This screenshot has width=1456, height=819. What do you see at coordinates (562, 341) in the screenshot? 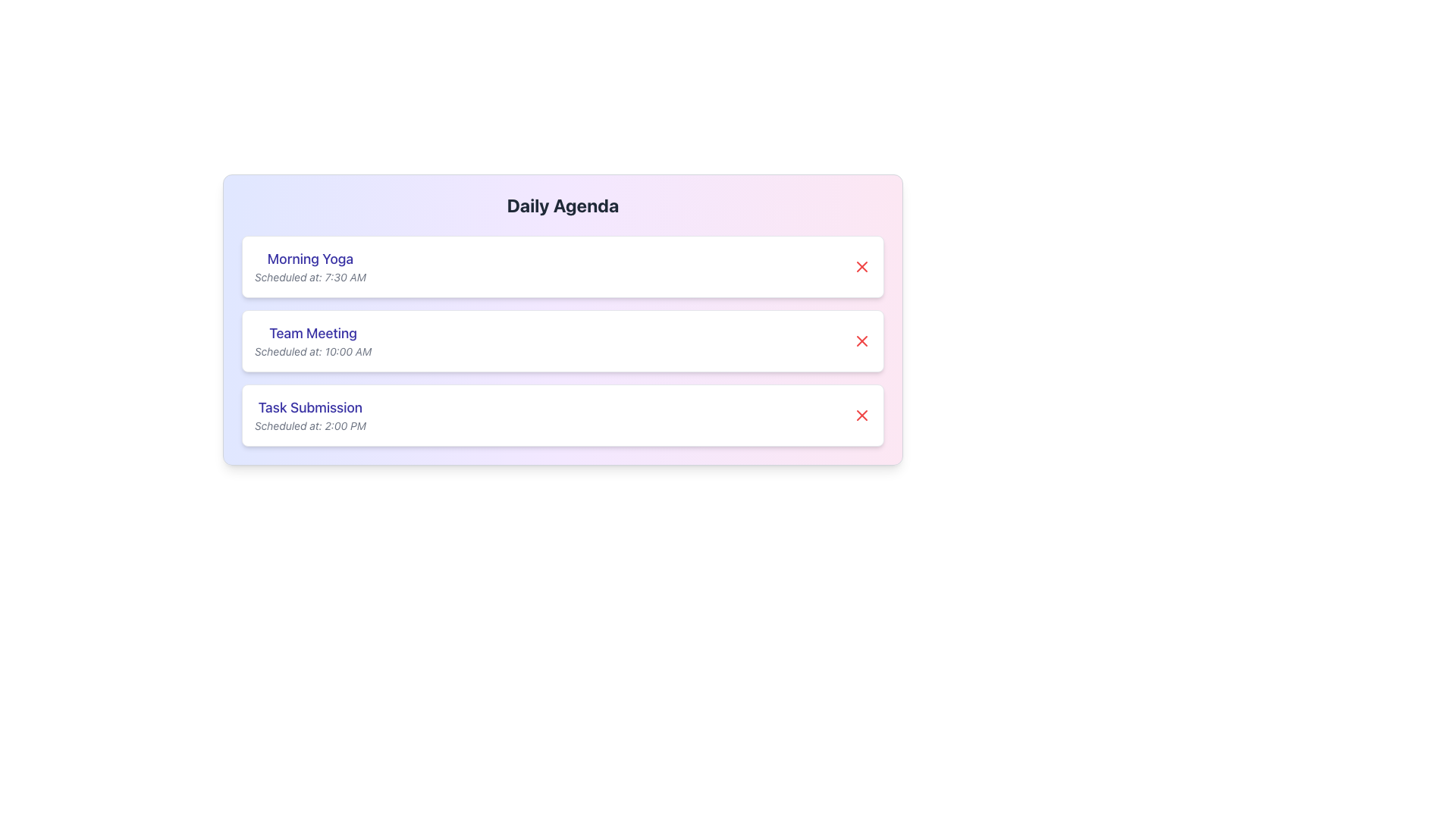
I see `the event details associated with the 'Team Meeting' list item in the 'Daily Agenda' section, which is the second card in a vertical sequence of three cards` at bounding box center [562, 341].